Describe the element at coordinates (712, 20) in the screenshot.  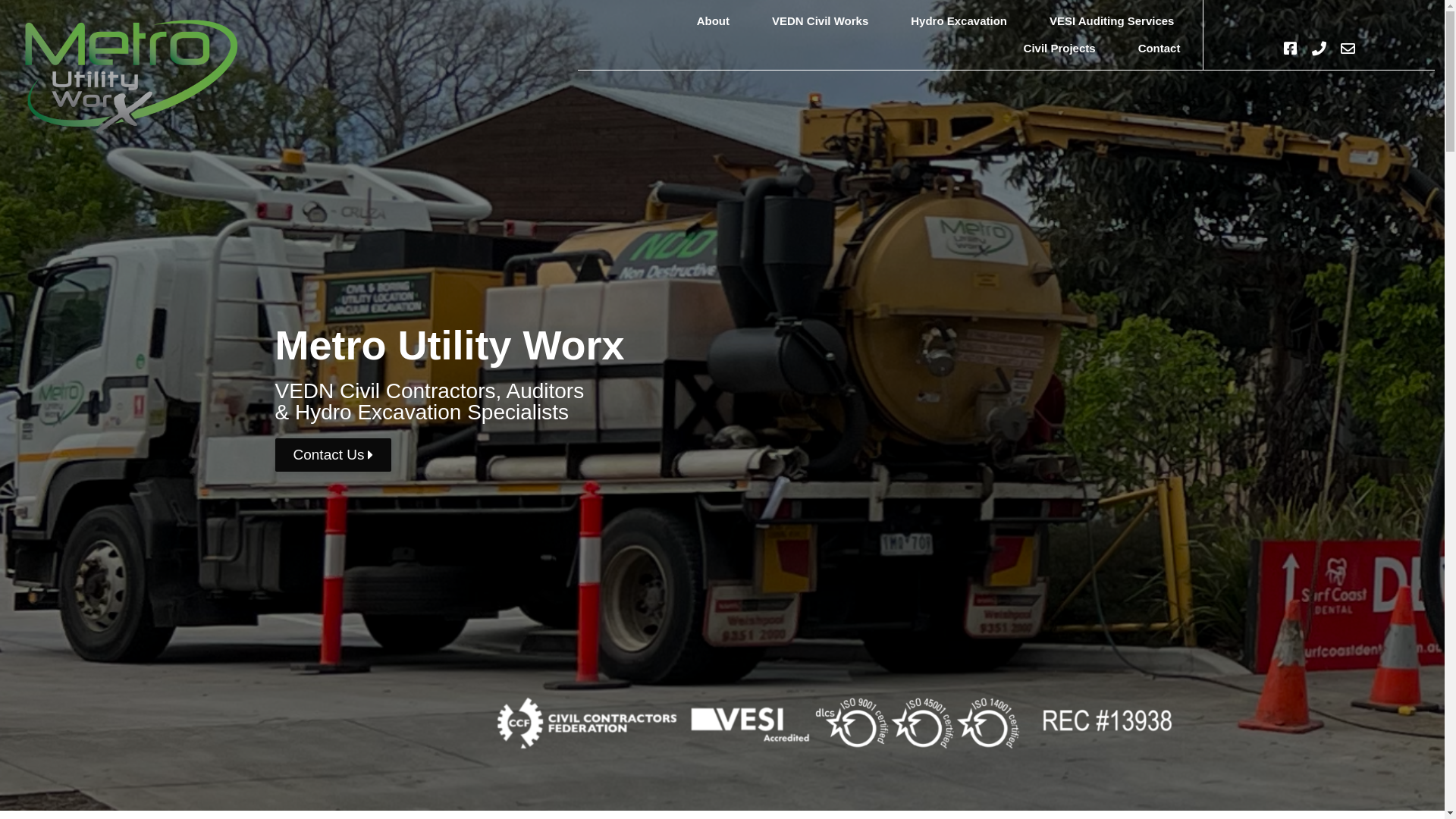
I see `'About'` at that location.